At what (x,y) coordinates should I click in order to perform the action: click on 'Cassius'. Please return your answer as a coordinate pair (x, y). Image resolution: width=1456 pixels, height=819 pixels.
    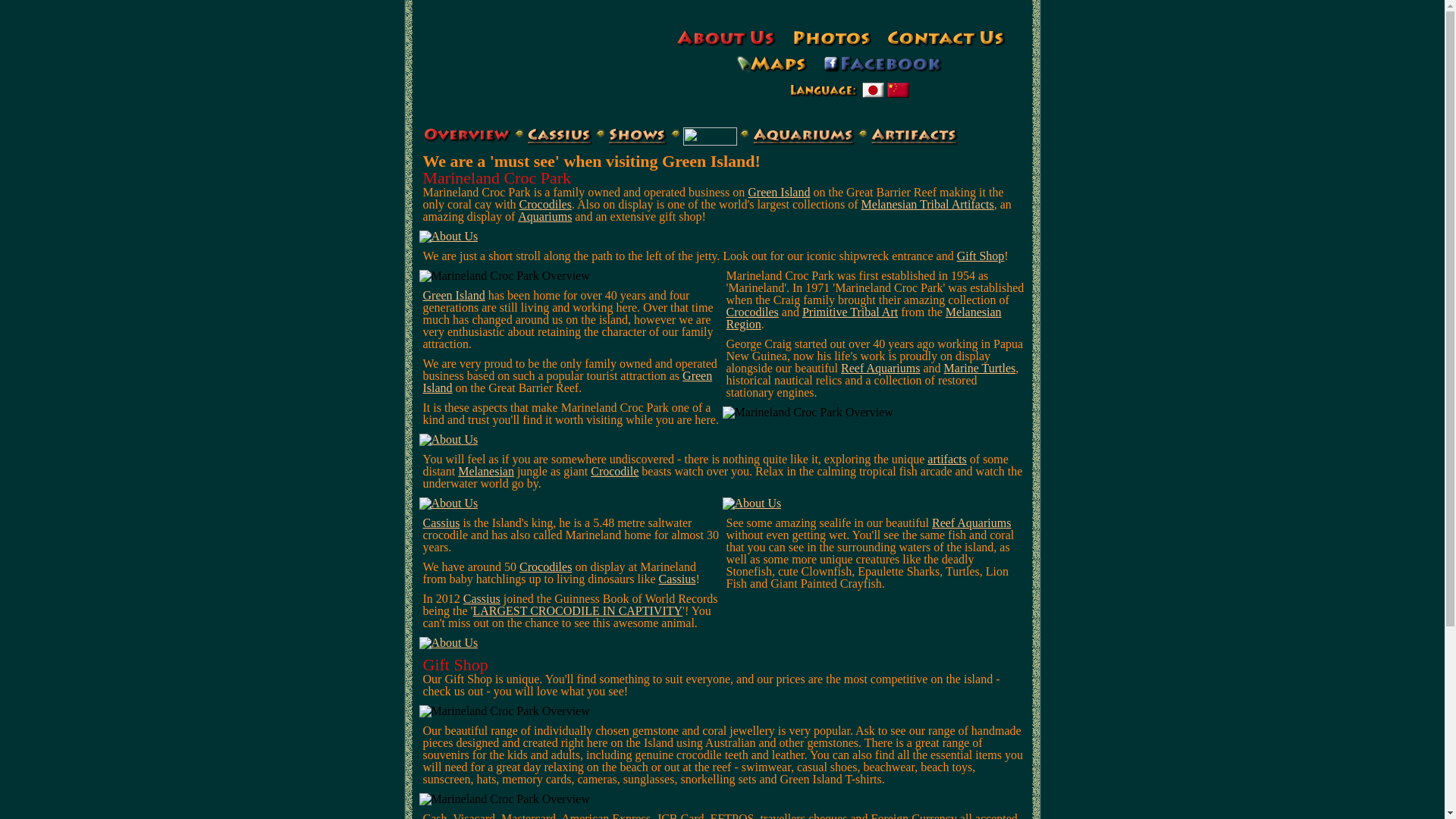
    Looking at the image, I should click on (462, 598).